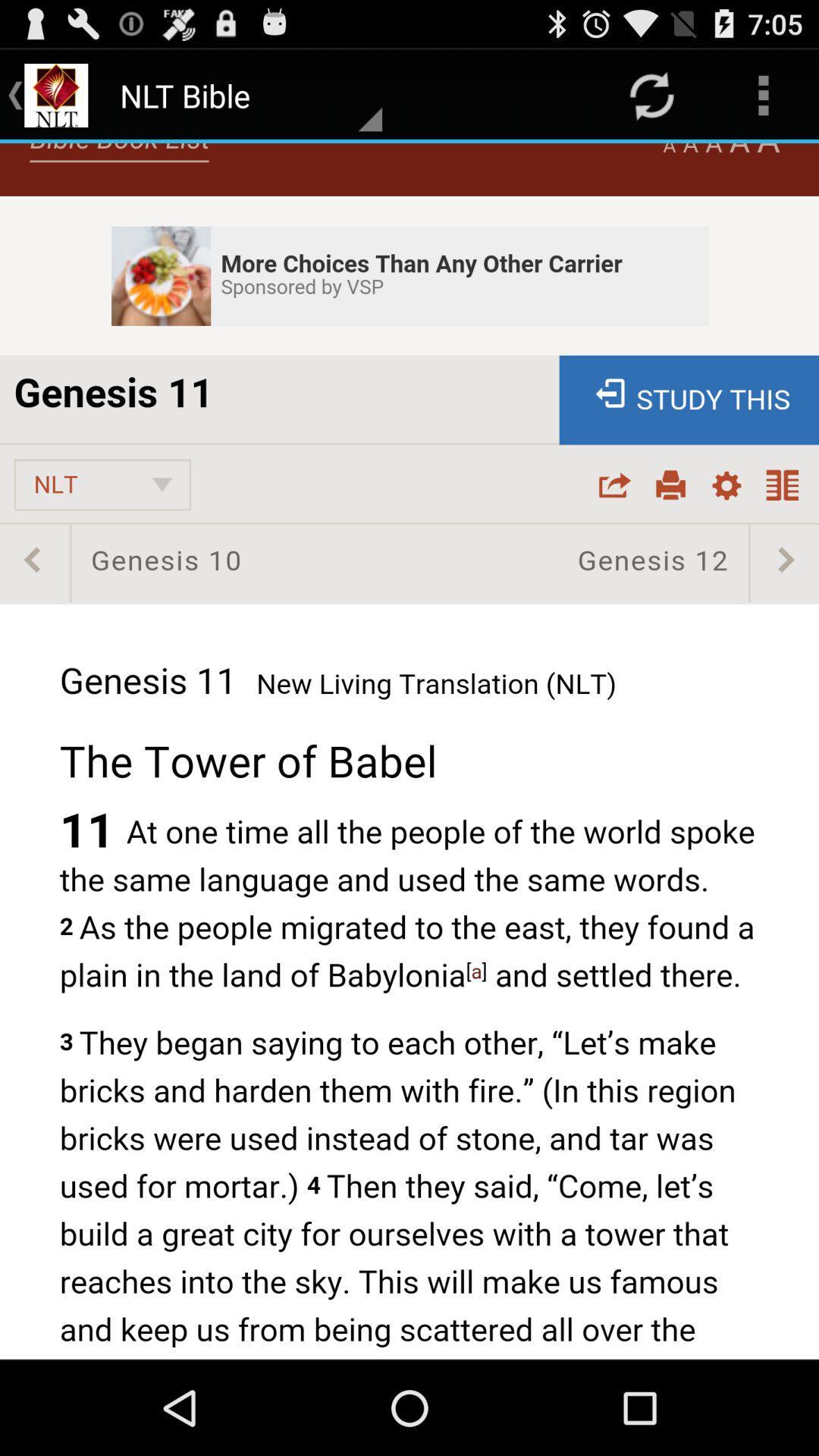 This screenshot has height=1456, width=819. Describe the element at coordinates (409, 751) in the screenshot. I see `link` at that location.